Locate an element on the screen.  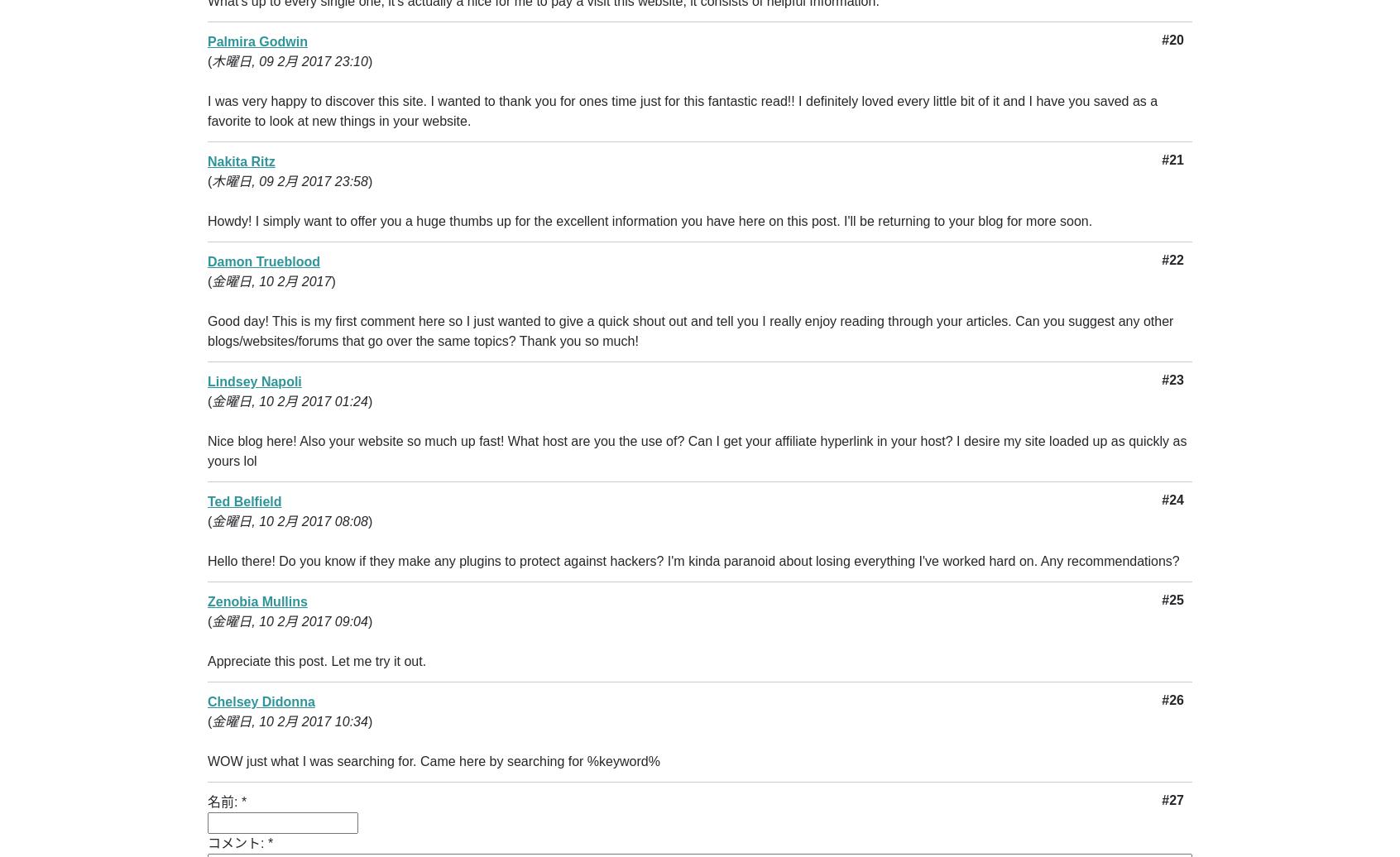
'#27' is located at coordinates (1172, 800).